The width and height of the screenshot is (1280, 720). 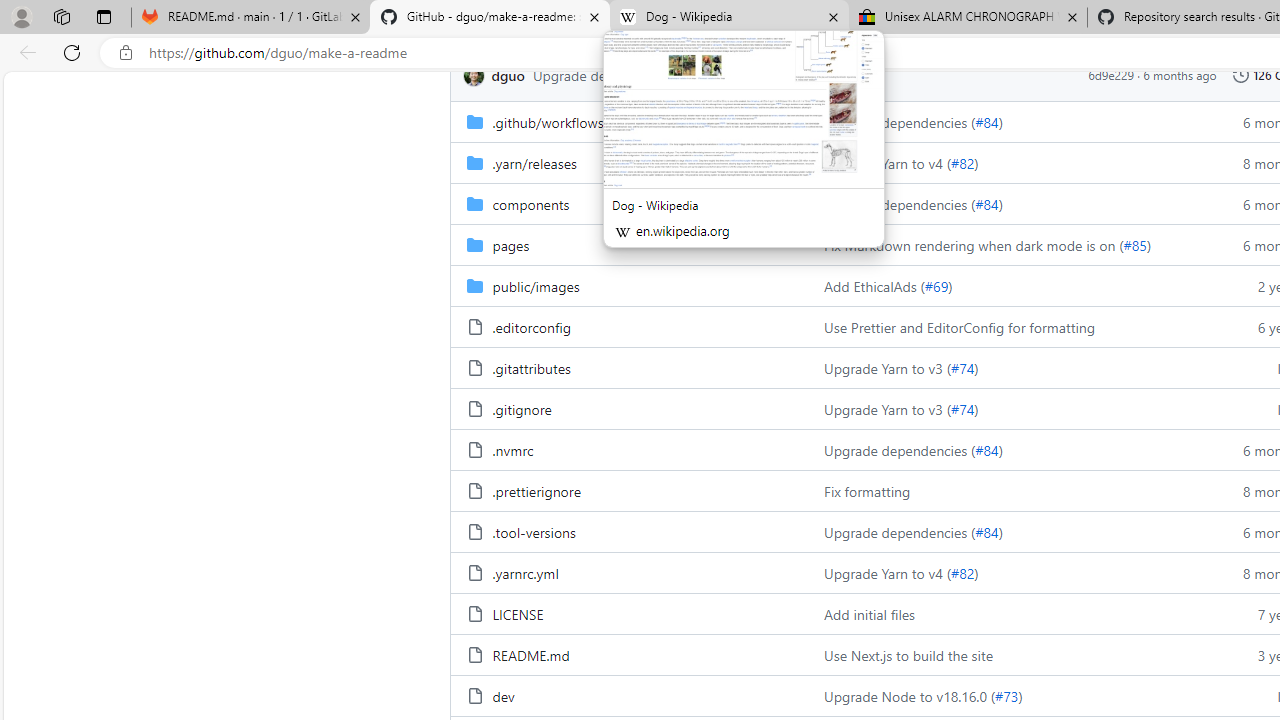 I want to click on '.yarnrc.yml, (File)', so click(x=525, y=573).